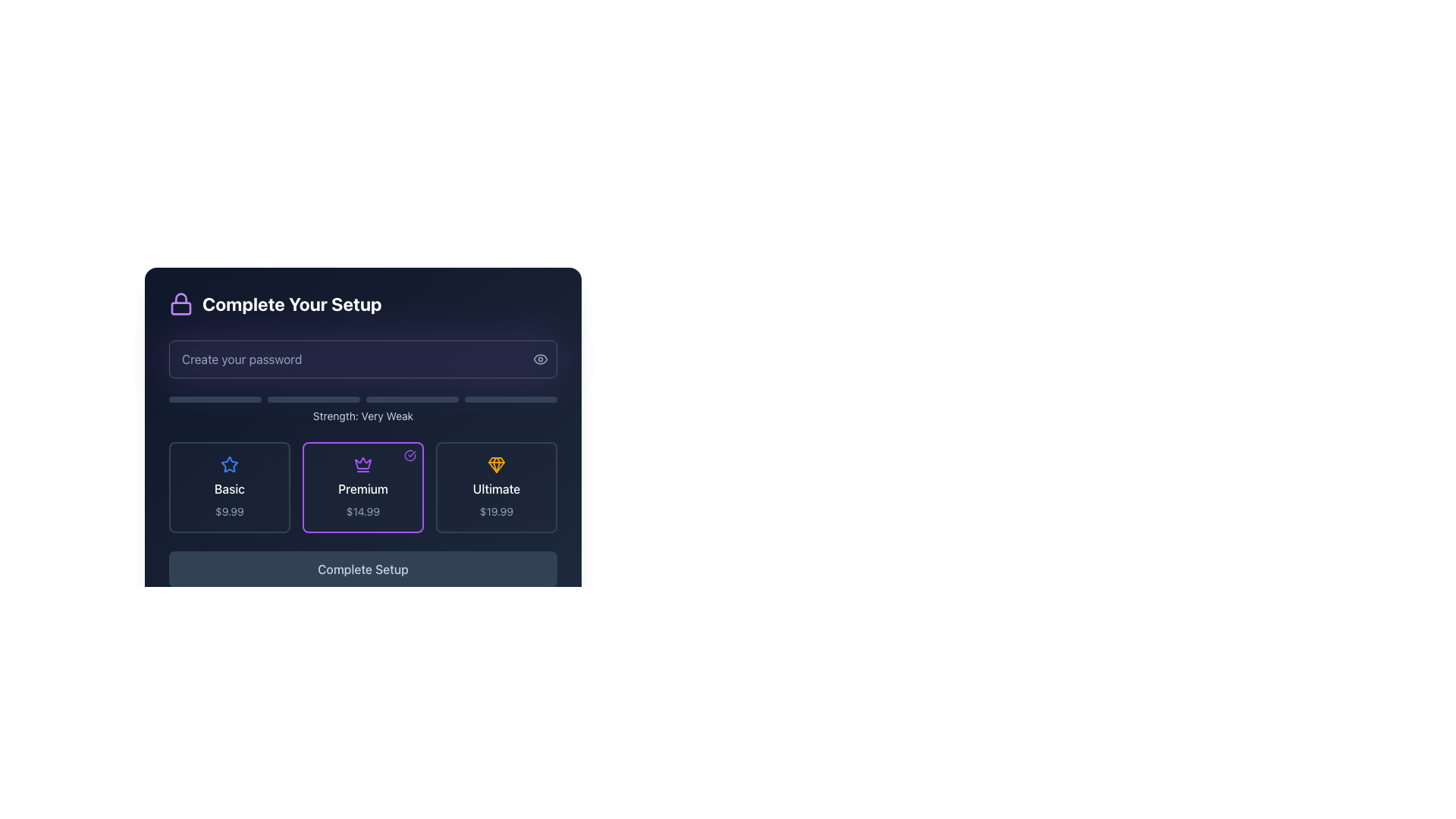 This screenshot has width=1456, height=819. Describe the element at coordinates (362, 488) in the screenshot. I see `the 'Premium' text label element, which is styled with a white medium-weight font and positioned within the subscription plan card, located below the crown icon and above the price label ($14.99)` at that location.